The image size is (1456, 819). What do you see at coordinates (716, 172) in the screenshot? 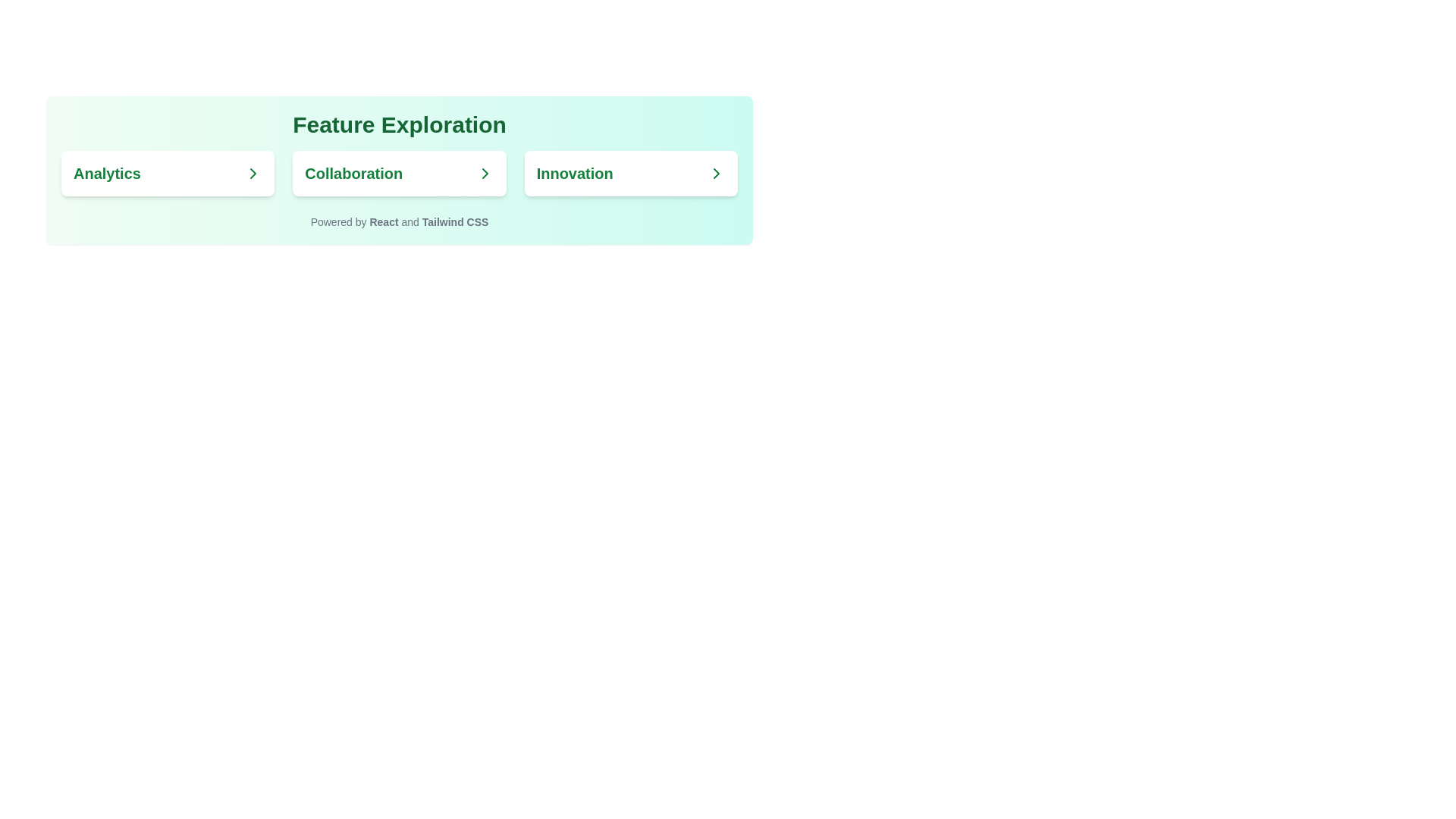
I see `the green triangular chevron icon that is centrally located within the 'Innovation' button` at bounding box center [716, 172].